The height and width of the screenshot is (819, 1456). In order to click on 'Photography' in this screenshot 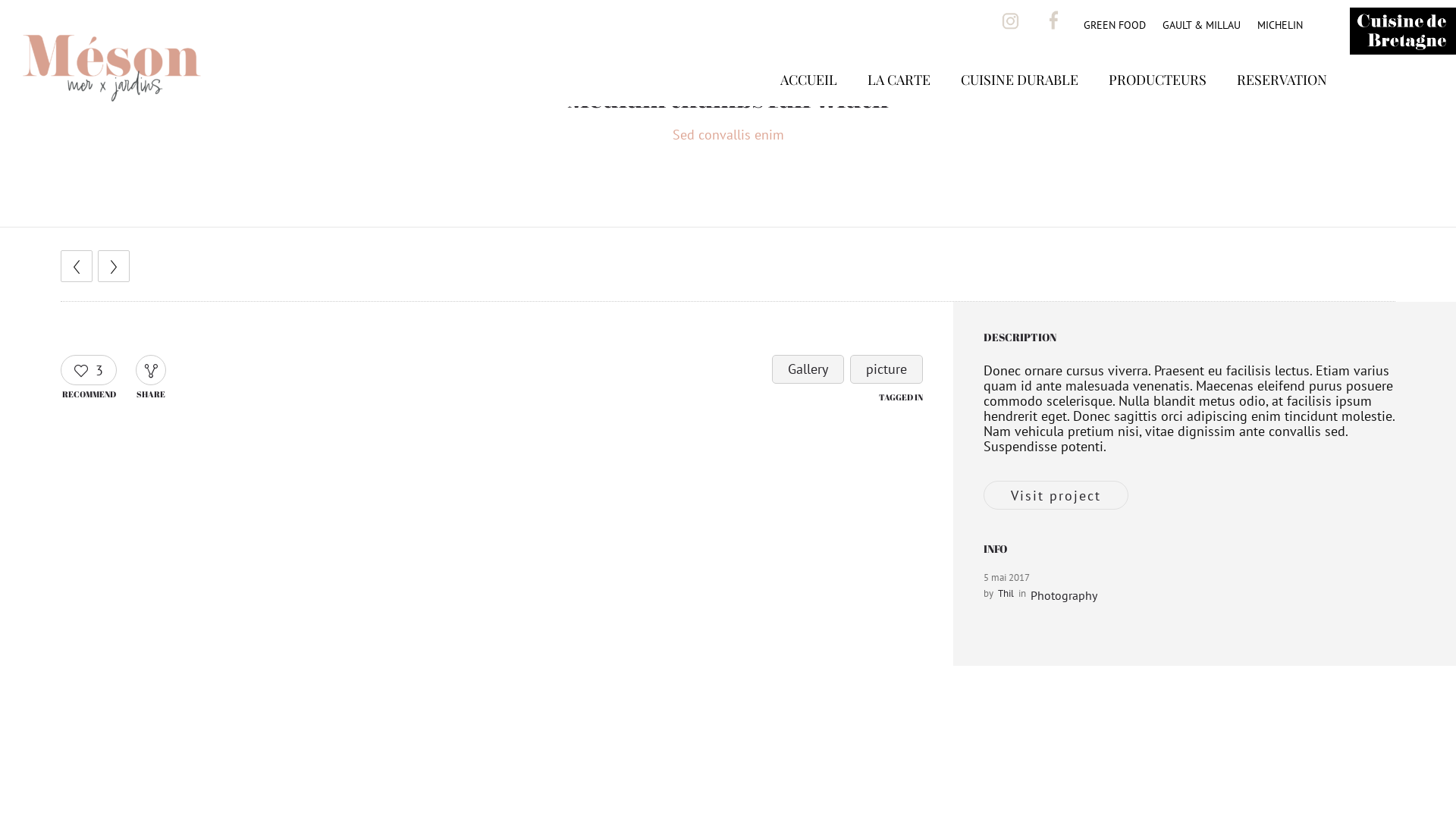, I will do `click(1062, 595)`.